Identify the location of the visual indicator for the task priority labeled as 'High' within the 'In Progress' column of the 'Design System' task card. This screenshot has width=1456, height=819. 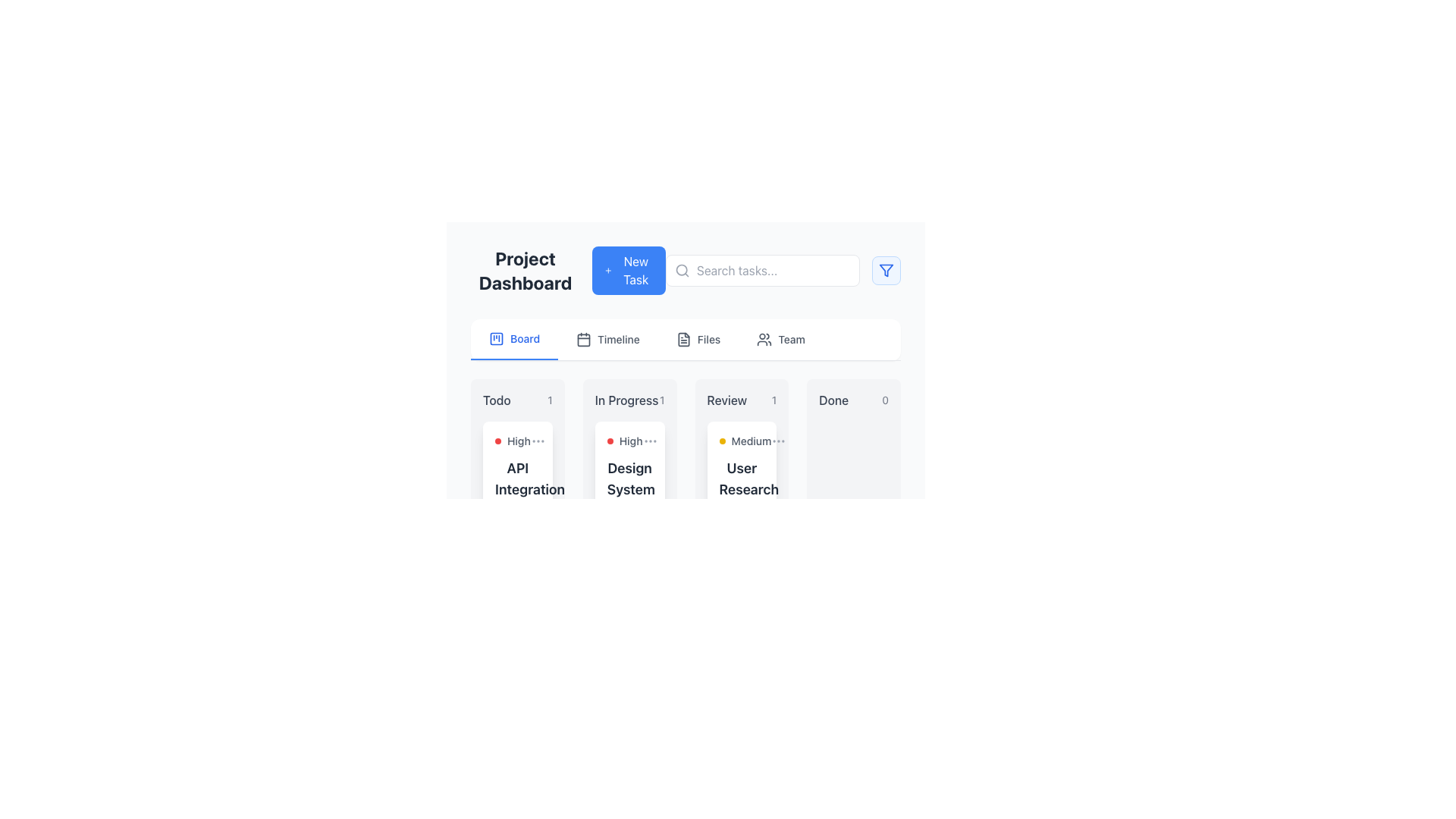
(625, 441).